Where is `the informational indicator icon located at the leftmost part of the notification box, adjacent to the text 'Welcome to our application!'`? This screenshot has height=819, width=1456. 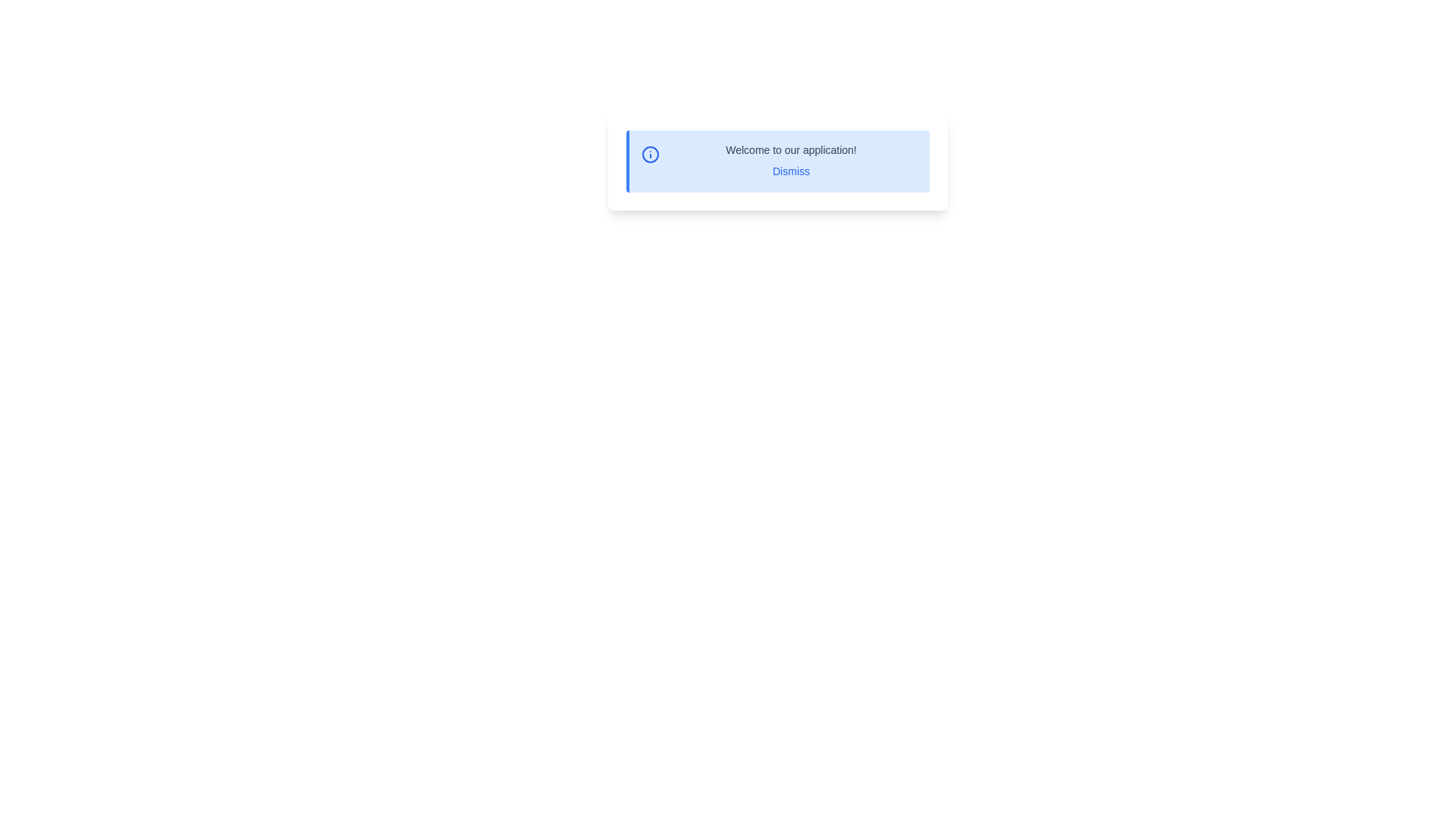 the informational indicator icon located at the leftmost part of the notification box, adjacent to the text 'Welcome to our application!' is located at coordinates (650, 155).